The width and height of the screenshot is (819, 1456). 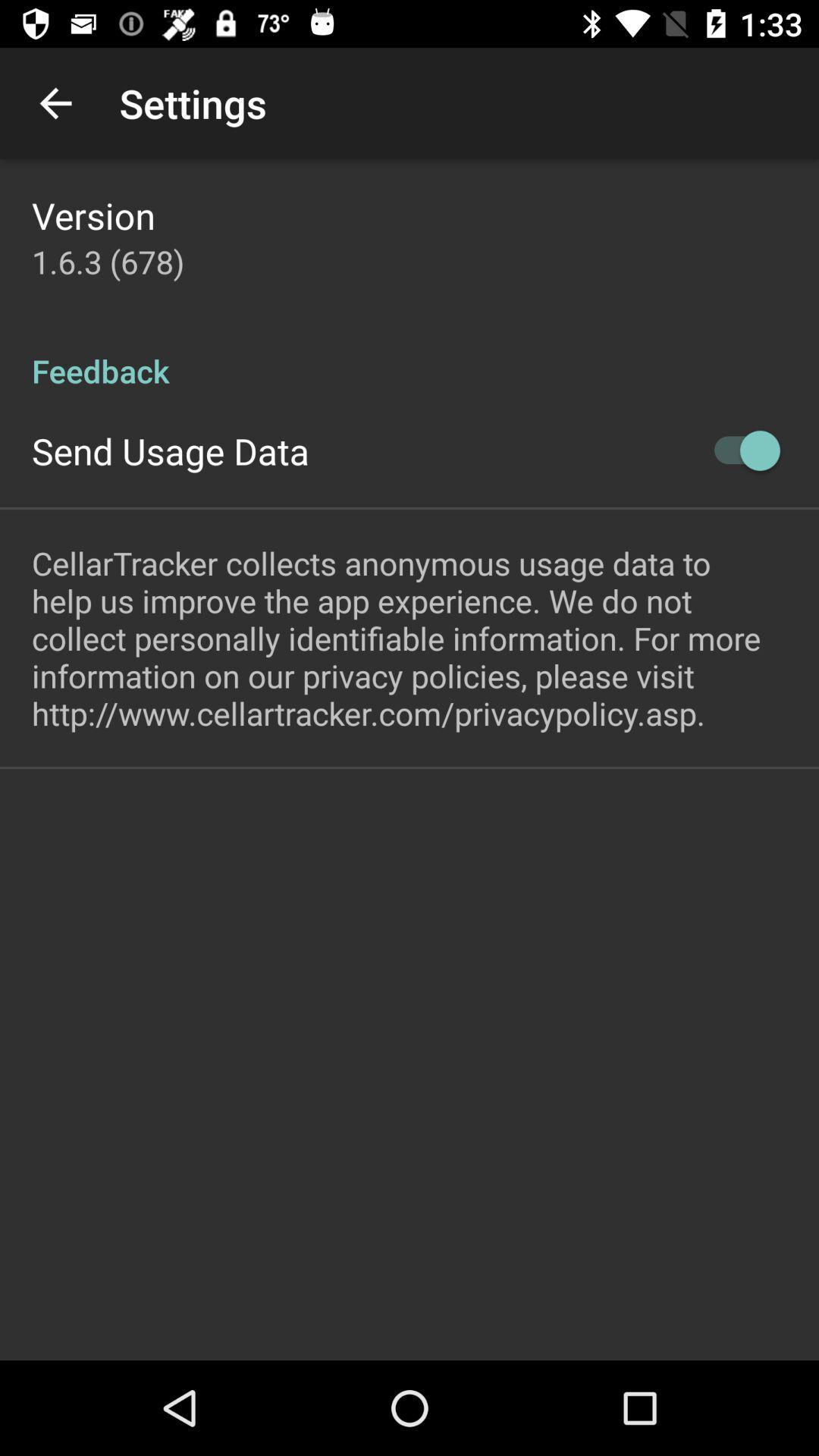 I want to click on the app above the version item, so click(x=55, y=102).